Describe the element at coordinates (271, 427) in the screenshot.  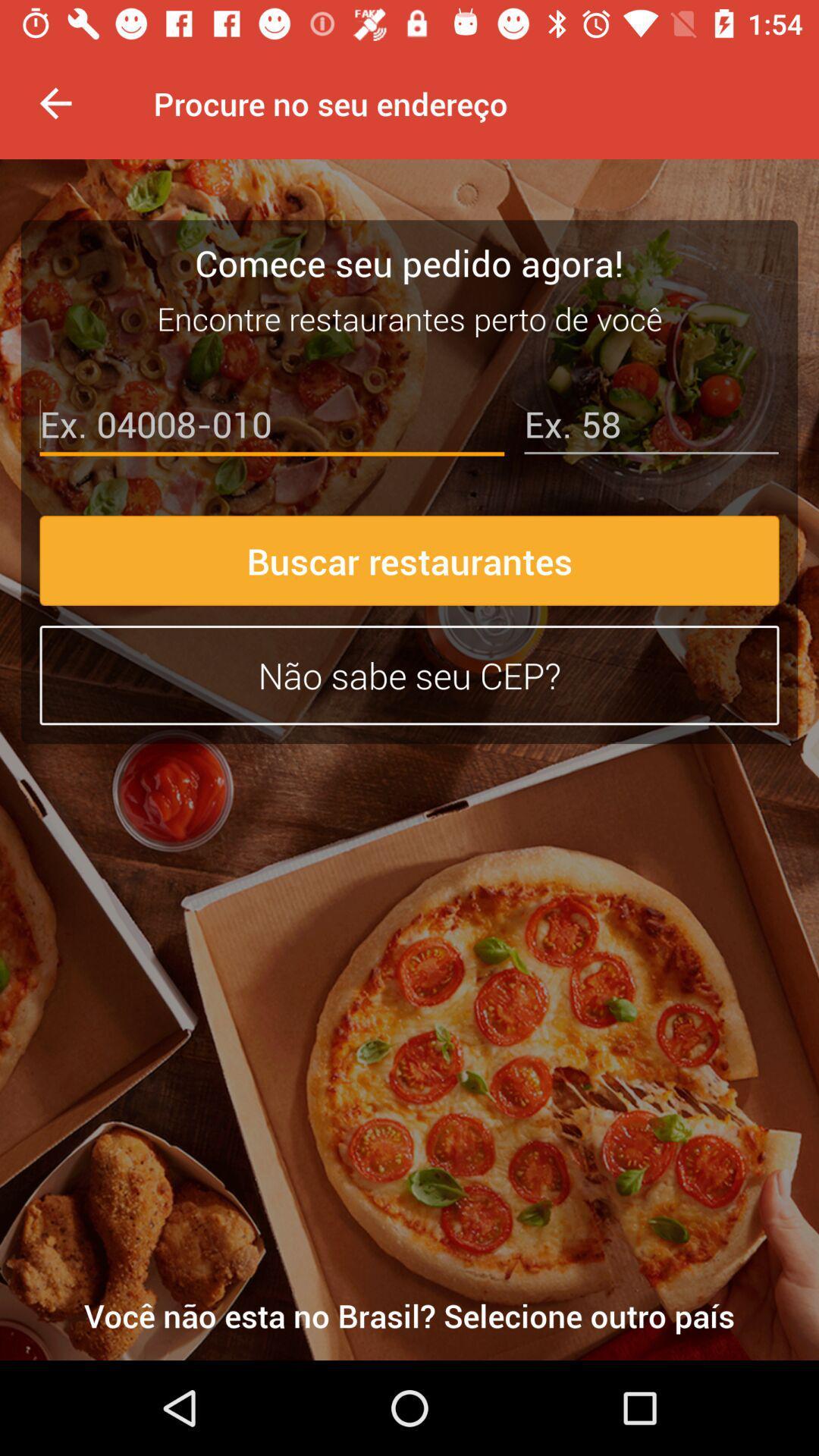
I see `clicar para buscar restaurante` at that location.